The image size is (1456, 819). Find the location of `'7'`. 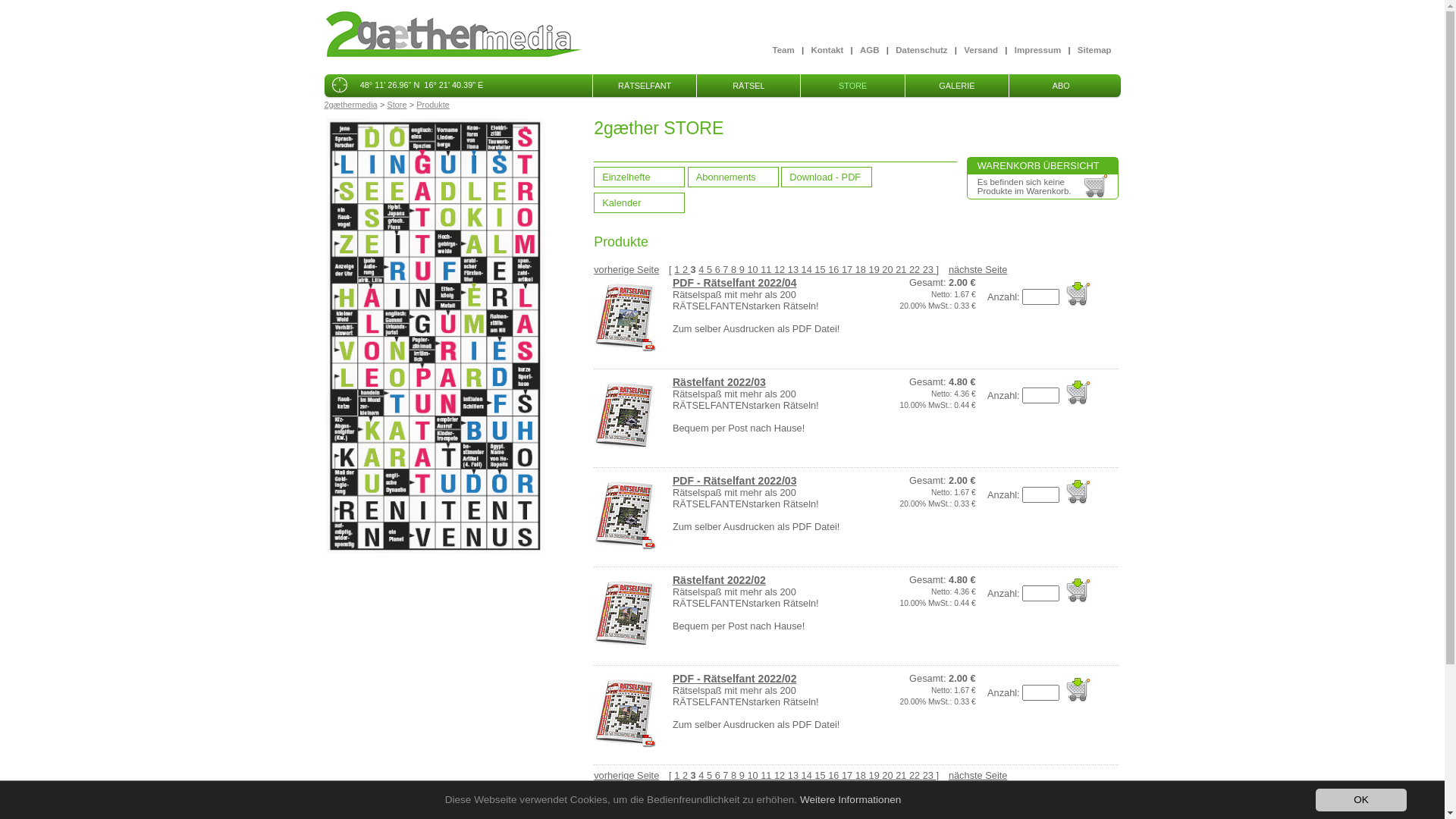

'7' is located at coordinates (722, 268).